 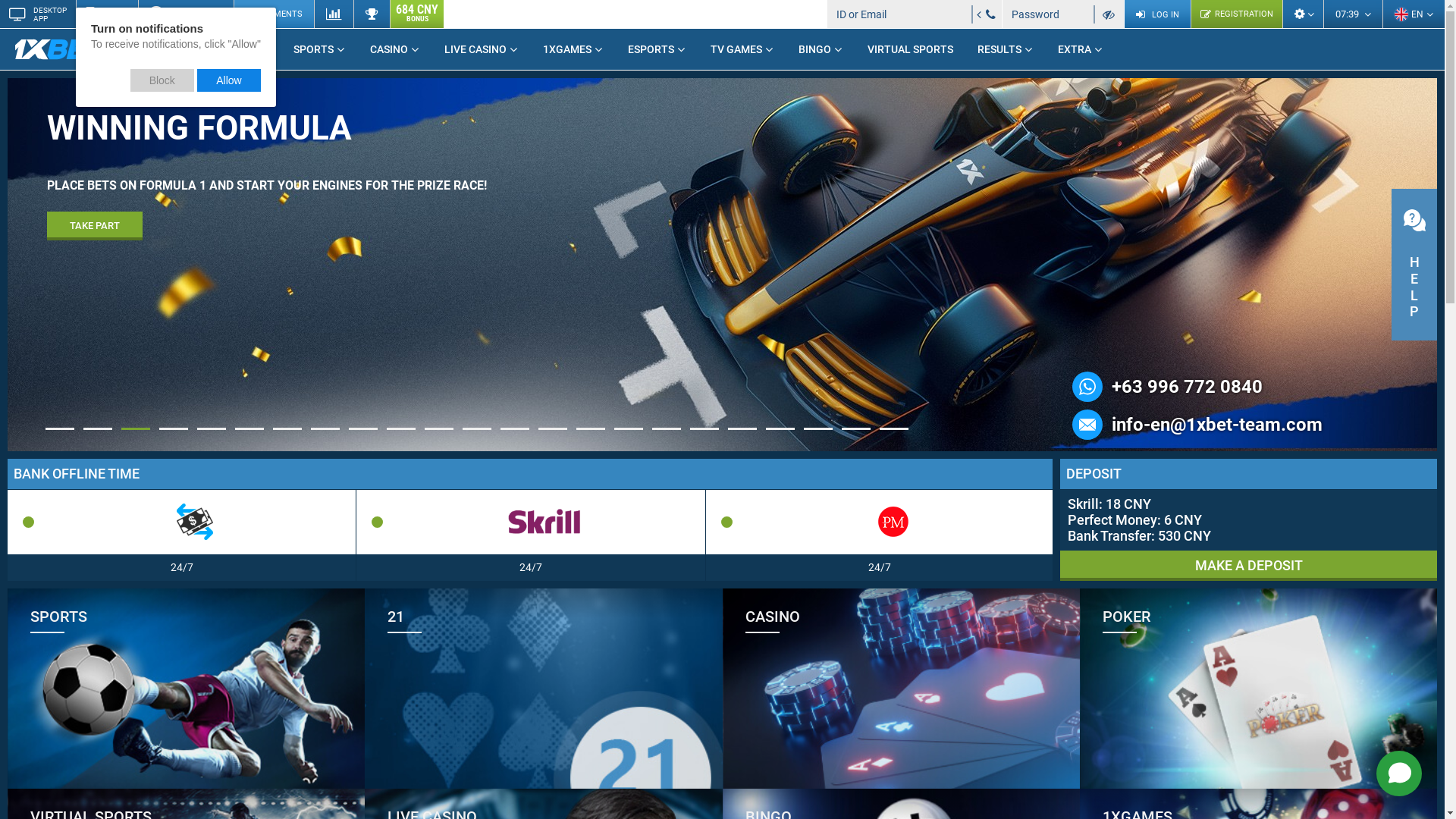 I want to click on 'Allow', so click(x=228, y=80).